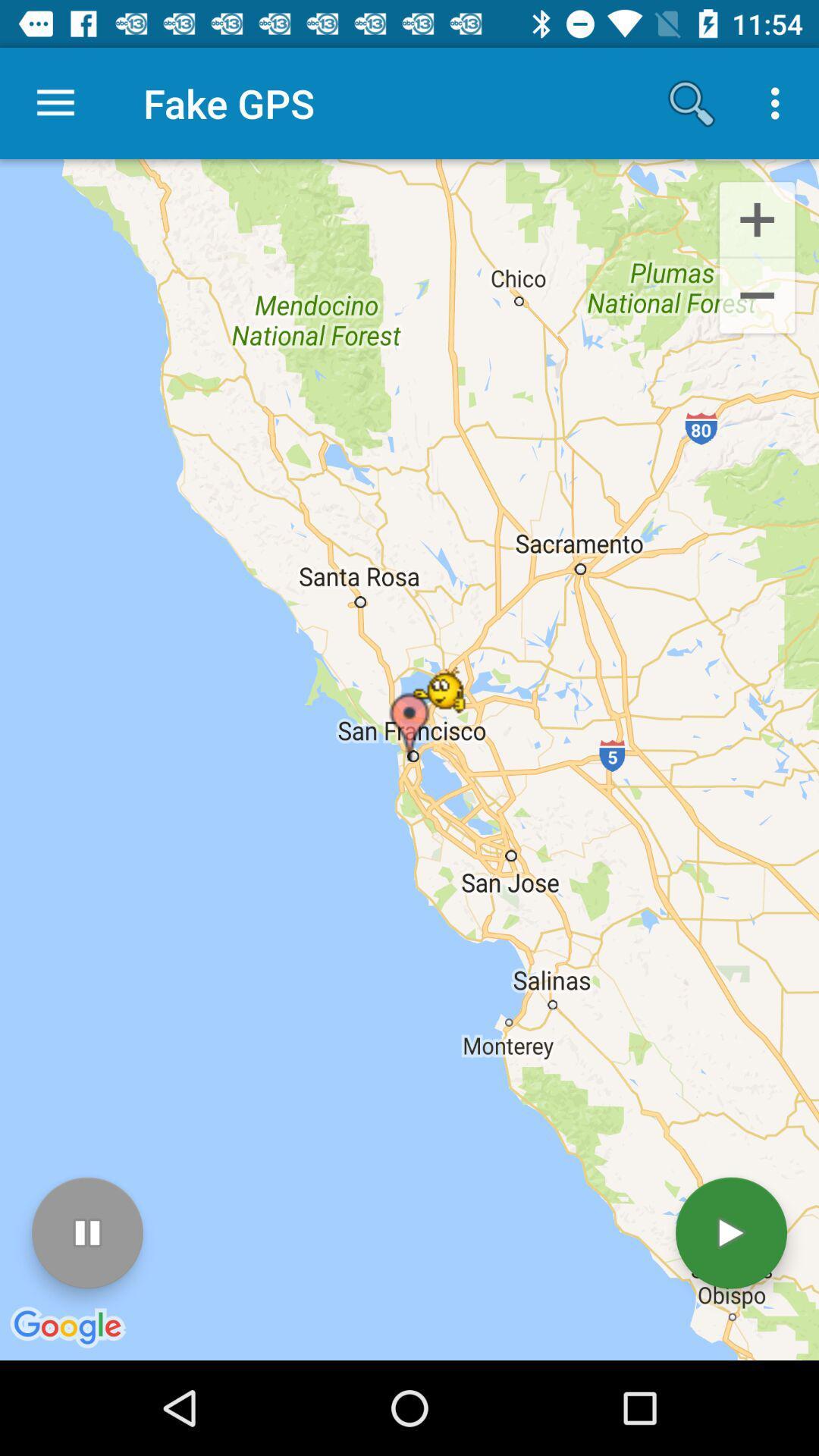 The image size is (819, 1456). What do you see at coordinates (730, 1233) in the screenshot?
I see `the play icon` at bounding box center [730, 1233].